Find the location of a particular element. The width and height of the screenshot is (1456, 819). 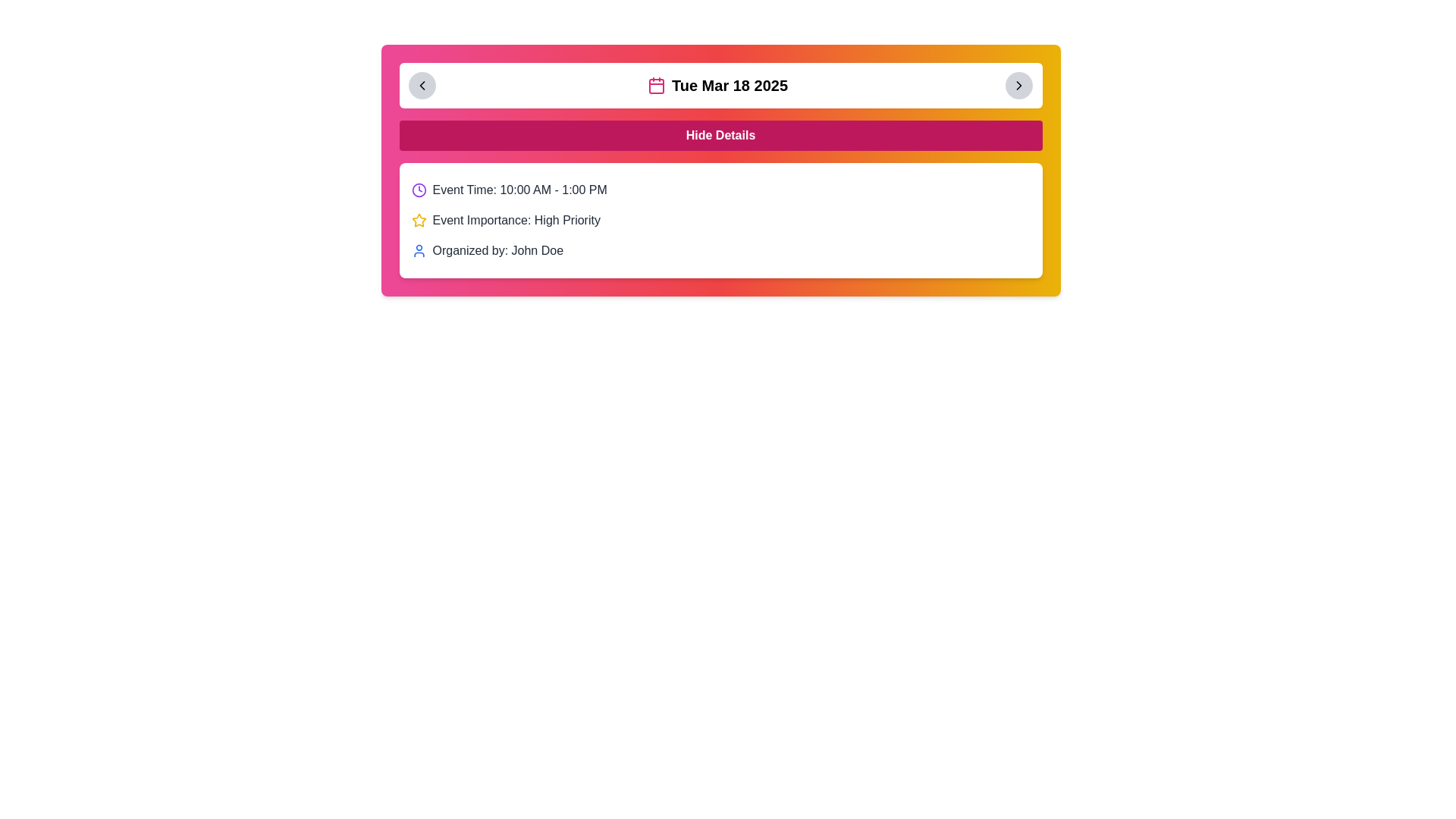

the 'High Priority' icon located next to the 'Event Importance: High Priority' text in the third row of the event card is located at coordinates (419, 220).